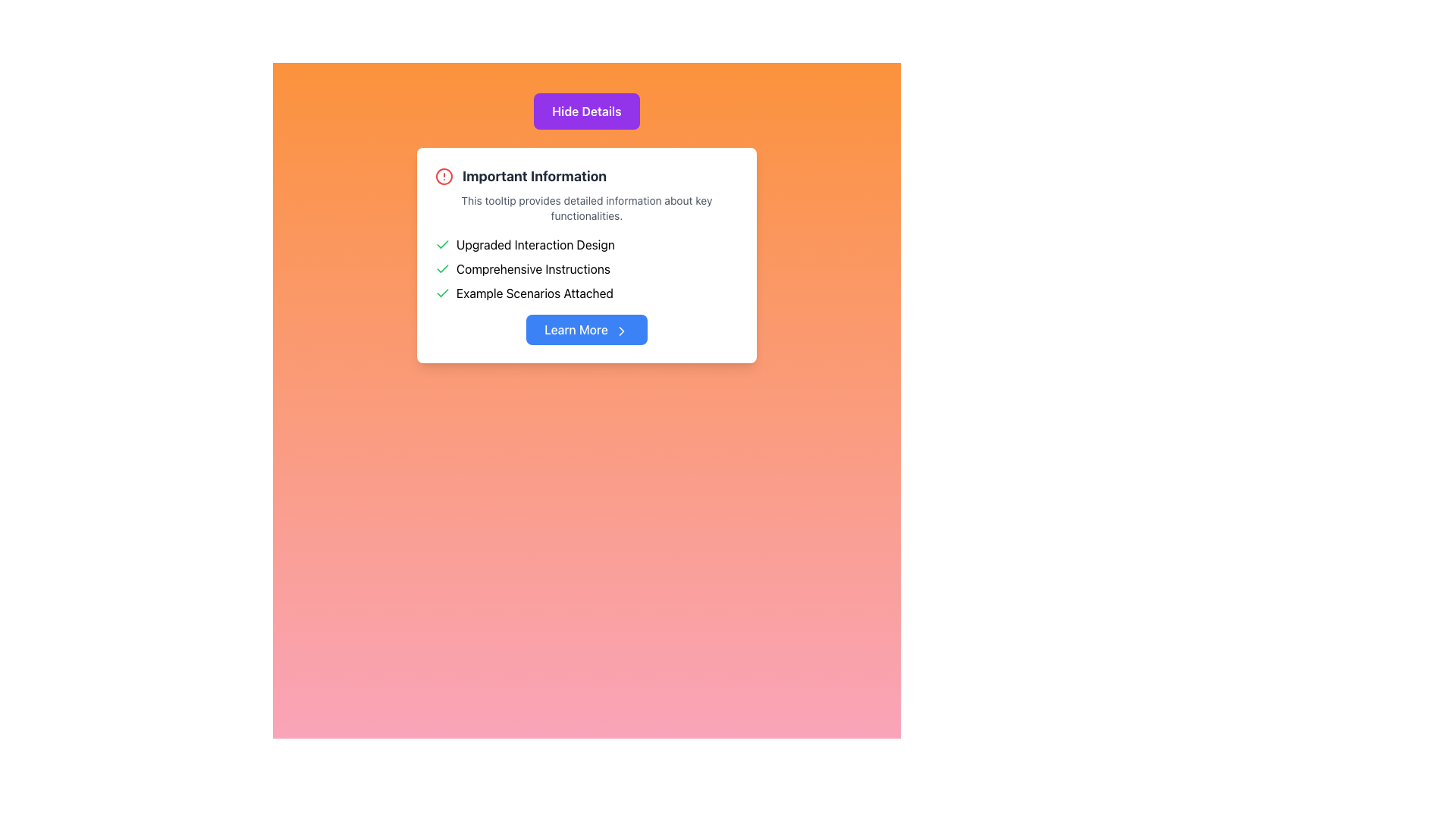 This screenshot has width=1456, height=819. What do you see at coordinates (585, 175) in the screenshot?
I see `the 'Important Information' Text Label with Icon that features a bold, dark text and a red alert symbol, positioned at the top of a white, rounded rectangular card` at bounding box center [585, 175].